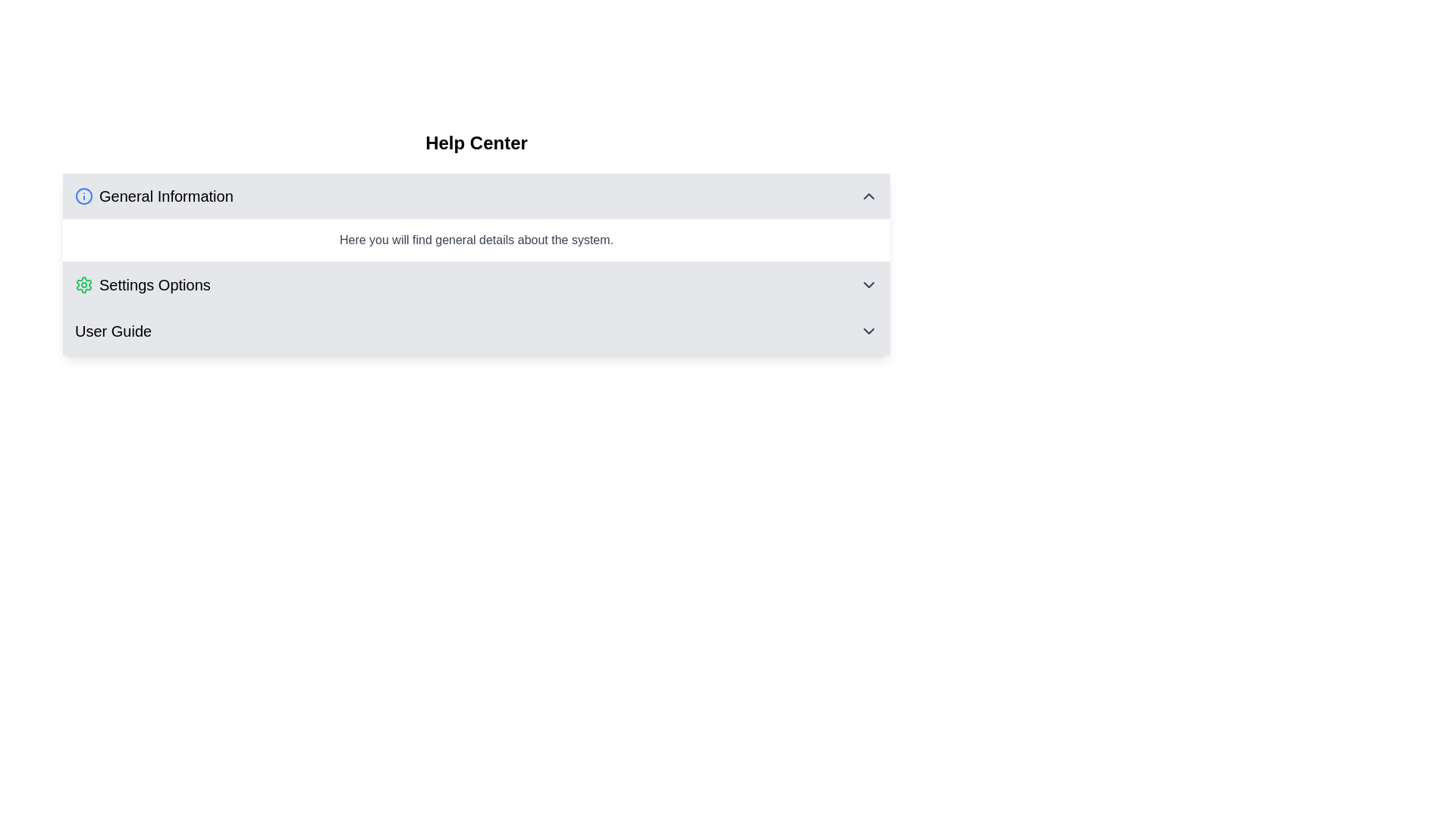  What do you see at coordinates (475, 284) in the screenshot?
I see `the second menu item in the 'Help Center' section, located between 'General Information' and 'User Guide'` at bounding box center [475, 284].